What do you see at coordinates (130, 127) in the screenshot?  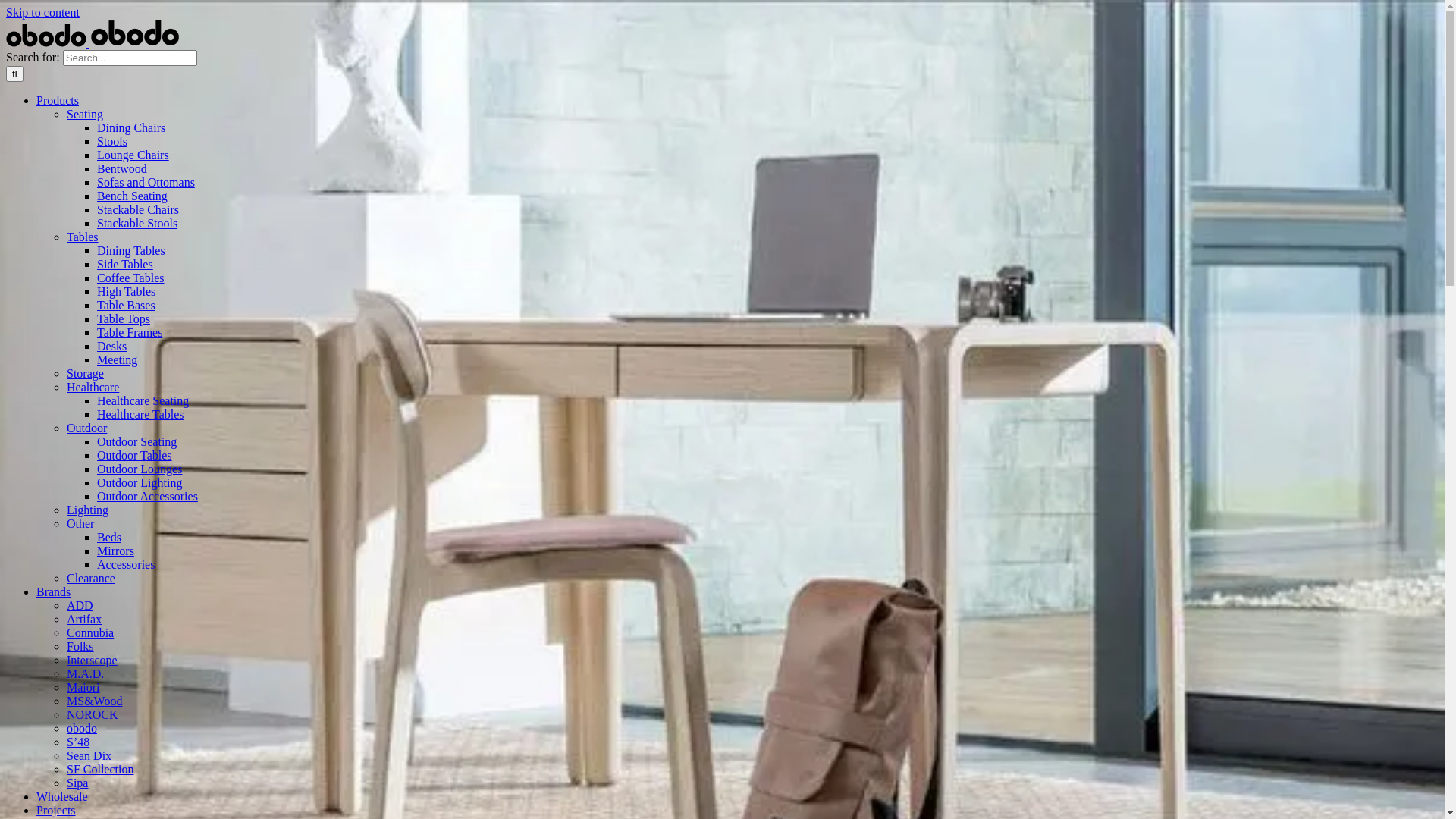 I see `'Dining Chairs'` at bounding box center [130, 127].